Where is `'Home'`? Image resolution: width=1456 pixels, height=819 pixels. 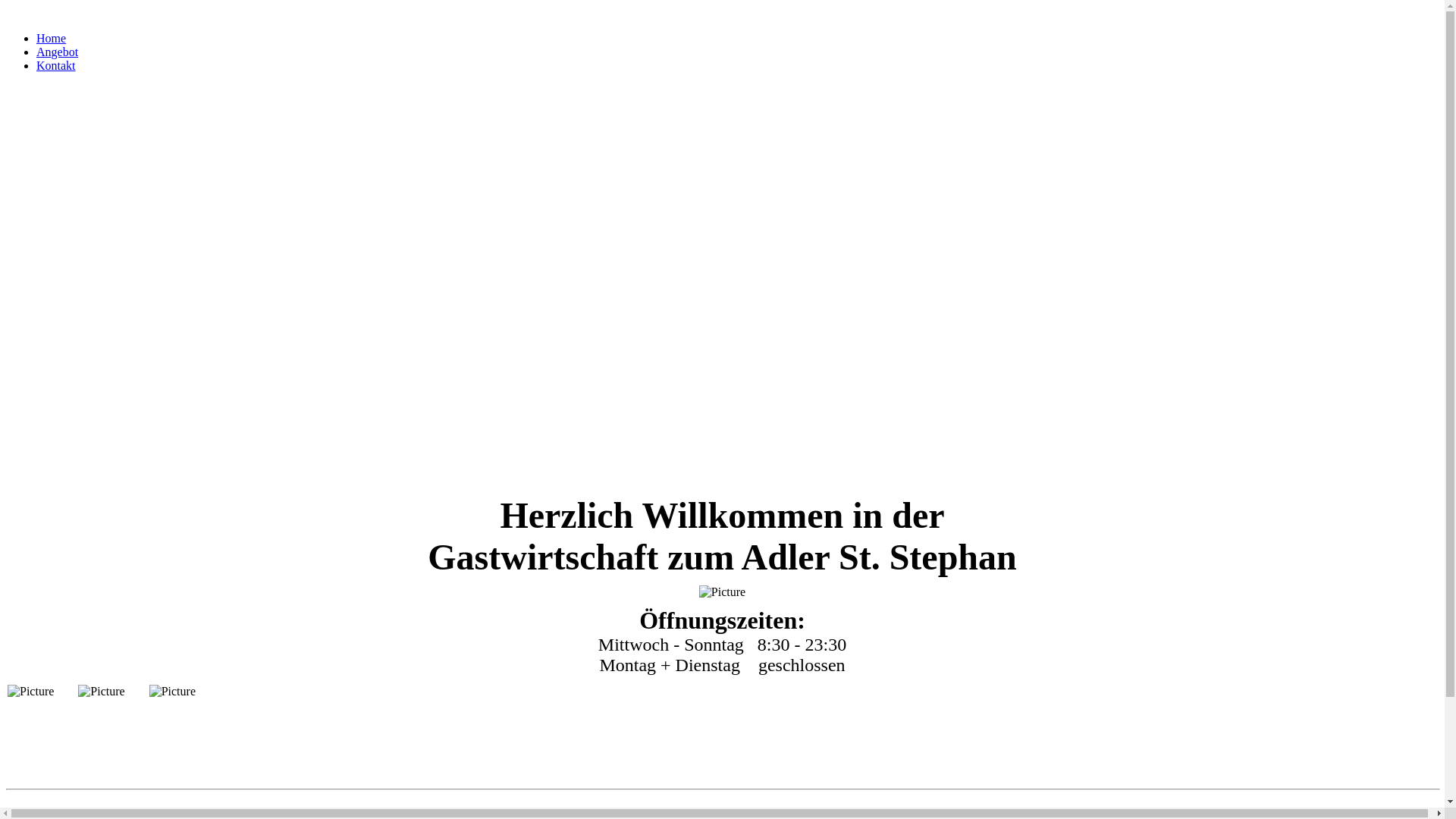
'Home' is located at coordinates (51, 37).